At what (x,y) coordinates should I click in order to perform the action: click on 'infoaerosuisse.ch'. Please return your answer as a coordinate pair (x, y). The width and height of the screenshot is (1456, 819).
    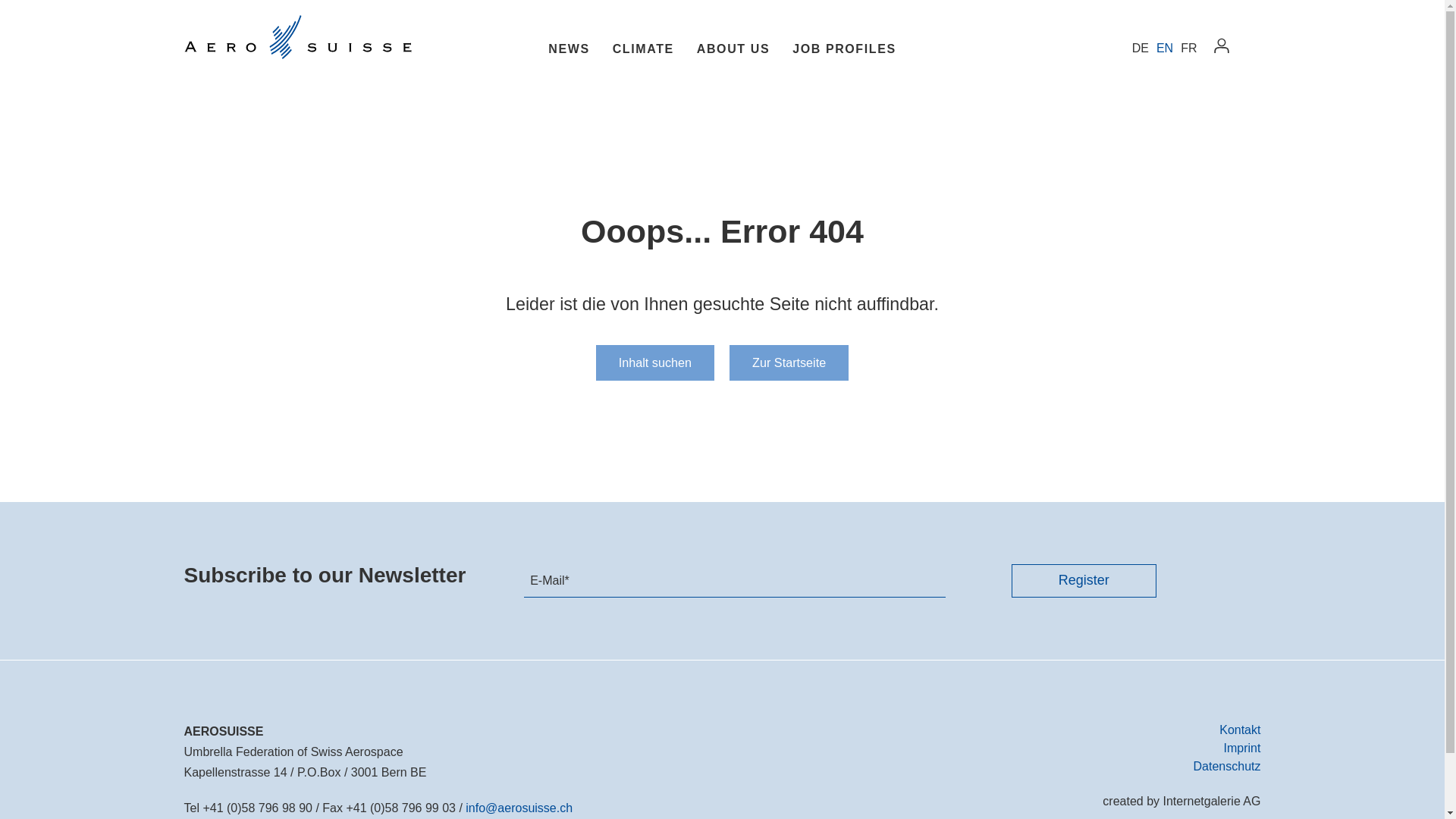
    Looking at the image, I should click on (465, 807).